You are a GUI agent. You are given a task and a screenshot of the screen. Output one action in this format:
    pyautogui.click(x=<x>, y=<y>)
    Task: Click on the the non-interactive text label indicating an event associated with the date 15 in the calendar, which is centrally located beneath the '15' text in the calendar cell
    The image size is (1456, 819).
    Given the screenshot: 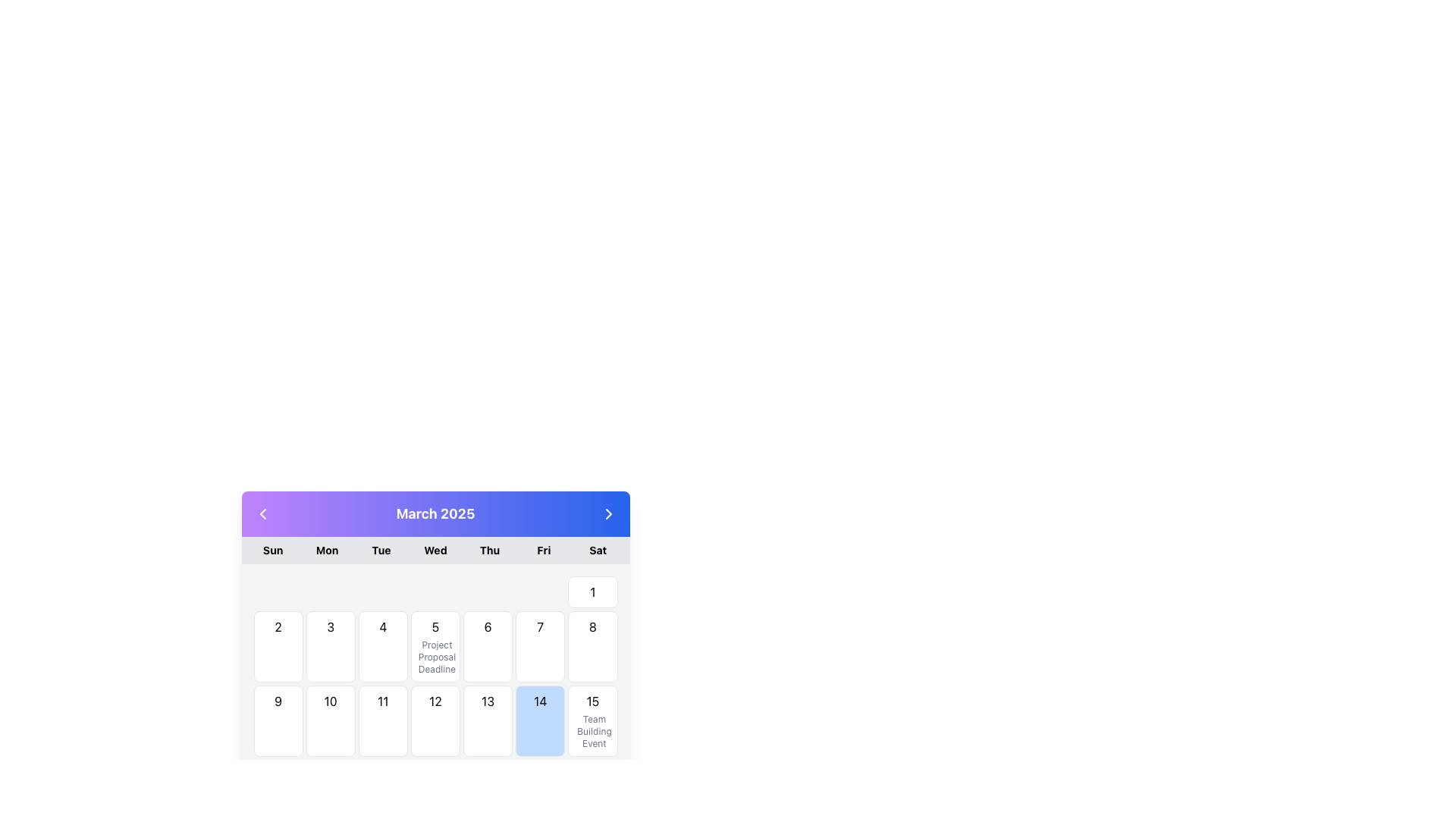 What is the action you would take?
    pyautogui.click(x=592, y=730)
    